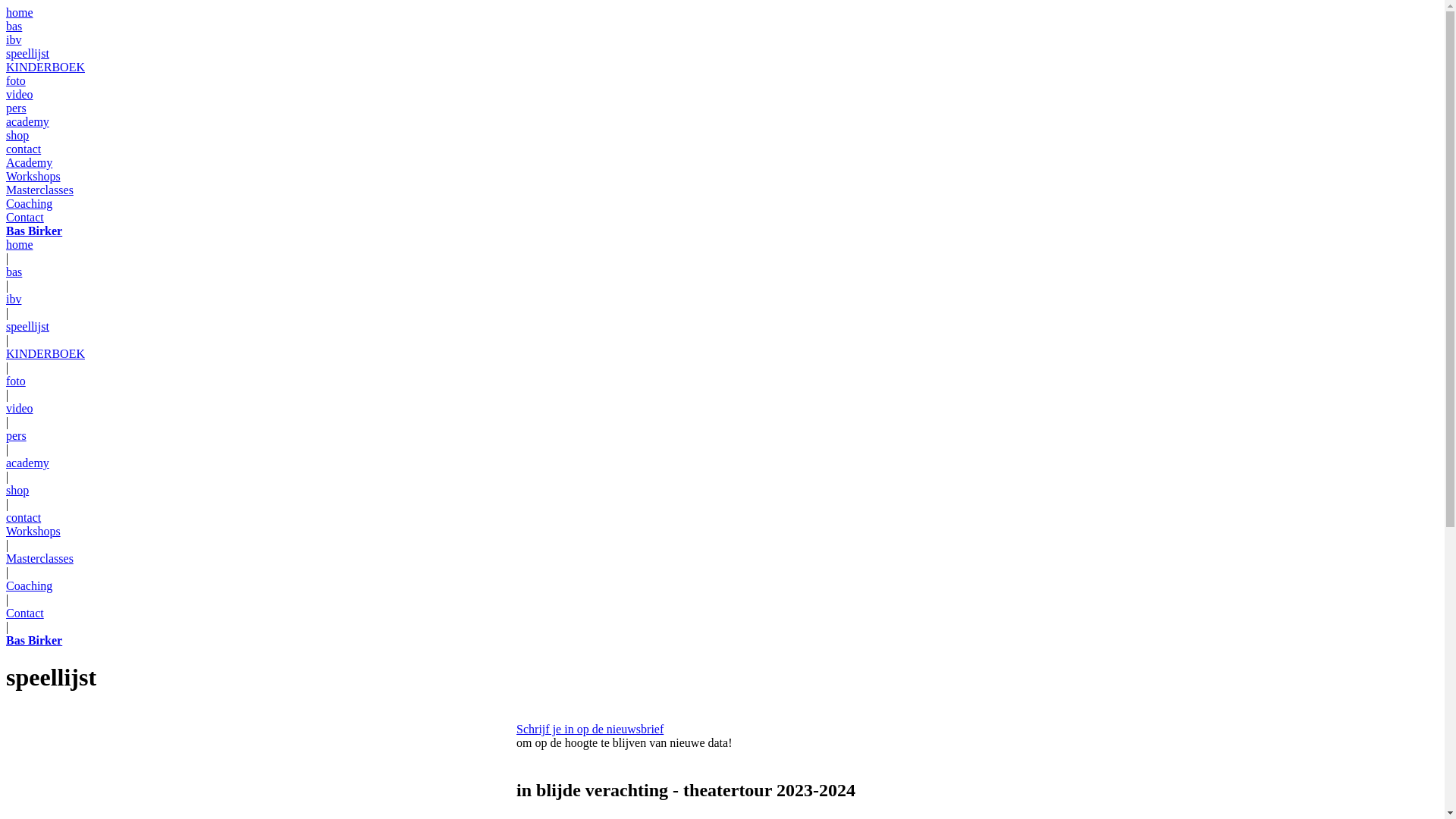  I want to click on 'shop', so click(17, 490).